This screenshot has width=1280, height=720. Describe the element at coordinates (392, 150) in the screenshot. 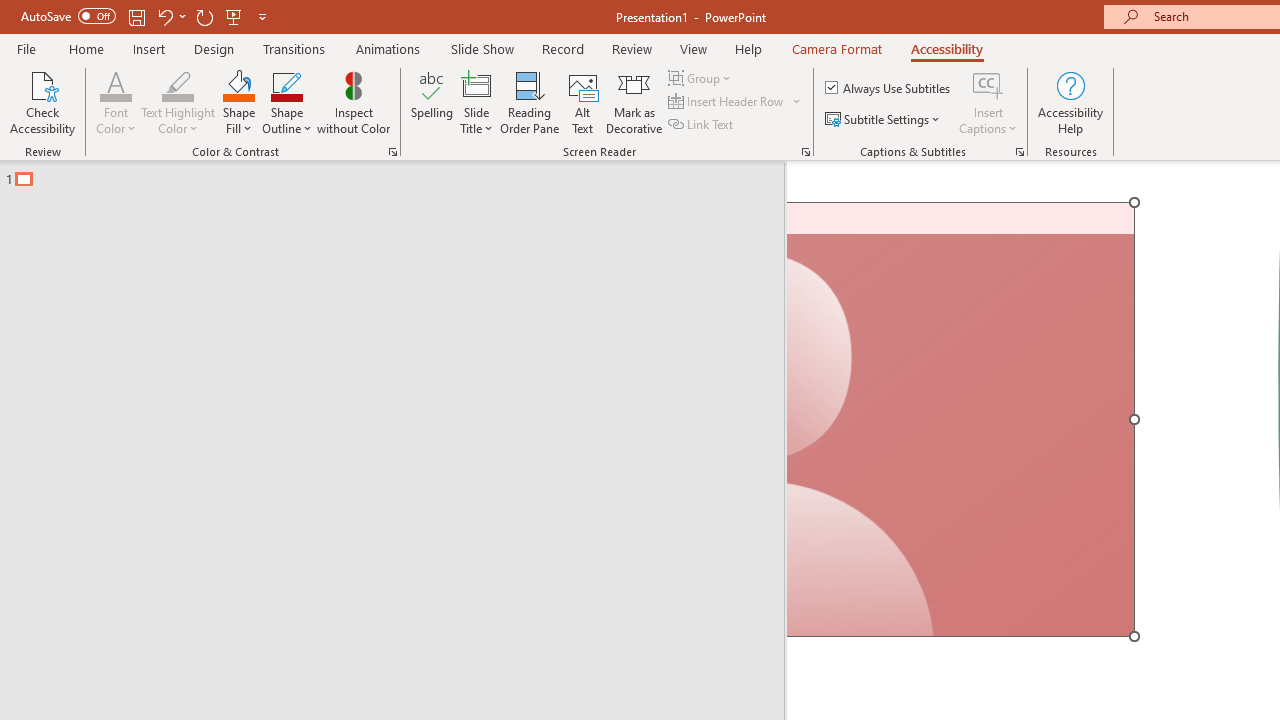

I see `'Color & Contrast'` at that location.